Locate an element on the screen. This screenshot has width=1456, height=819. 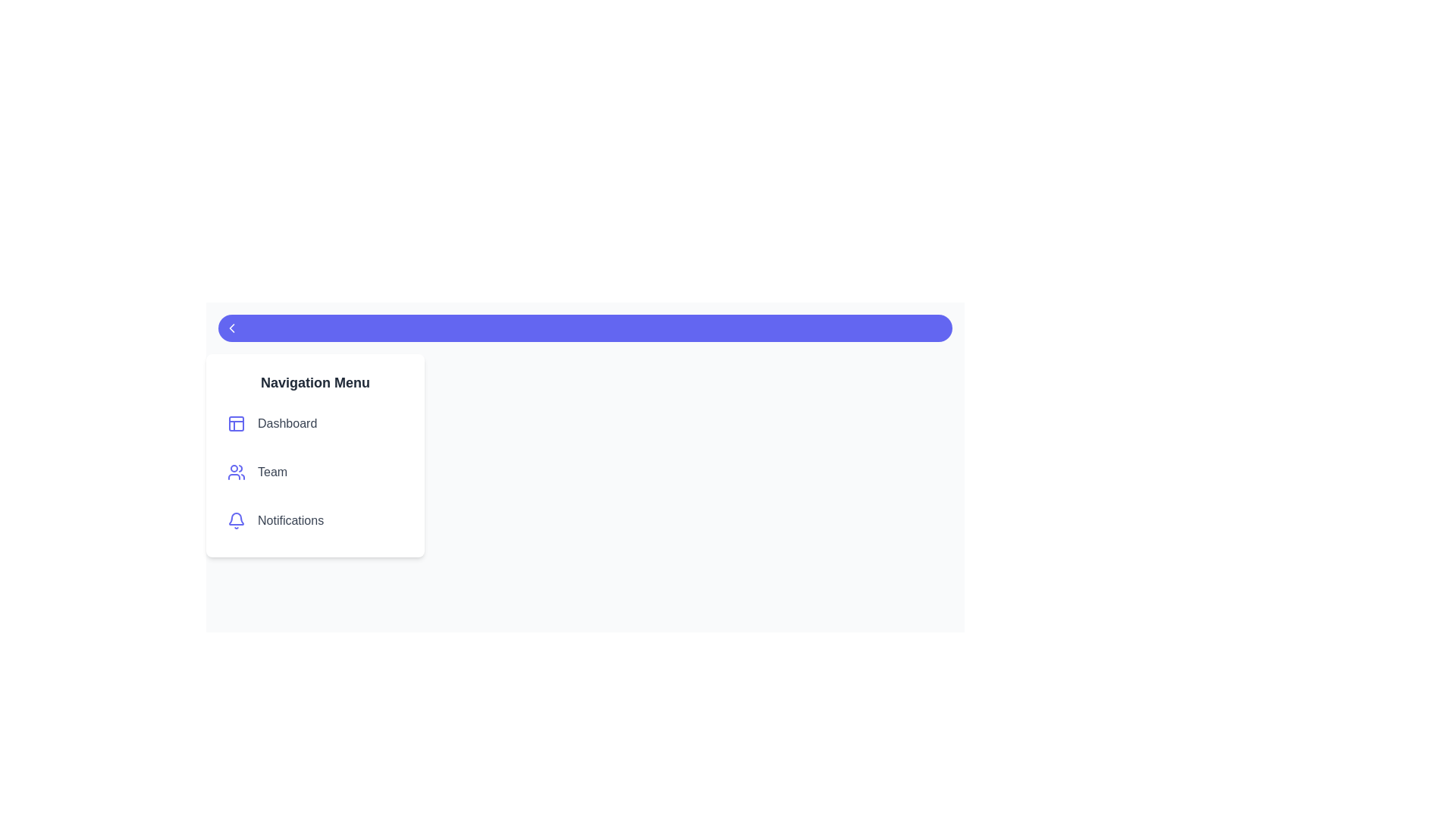
the menu item labeled Notifications to observe the visual feedback is located at coordinates (315, 519).